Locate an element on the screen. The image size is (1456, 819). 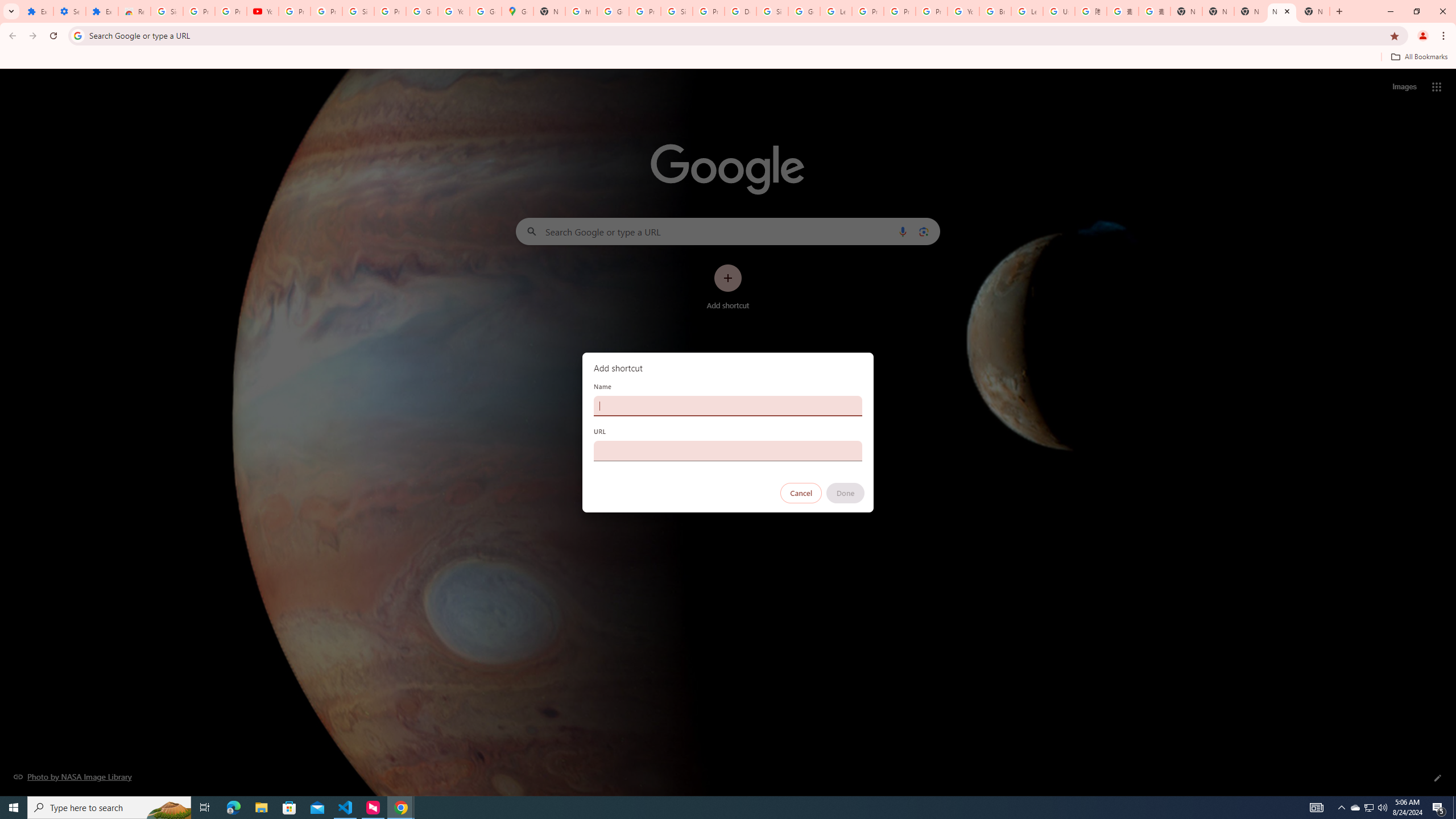
'Name' is located at coordinates (728, 405).